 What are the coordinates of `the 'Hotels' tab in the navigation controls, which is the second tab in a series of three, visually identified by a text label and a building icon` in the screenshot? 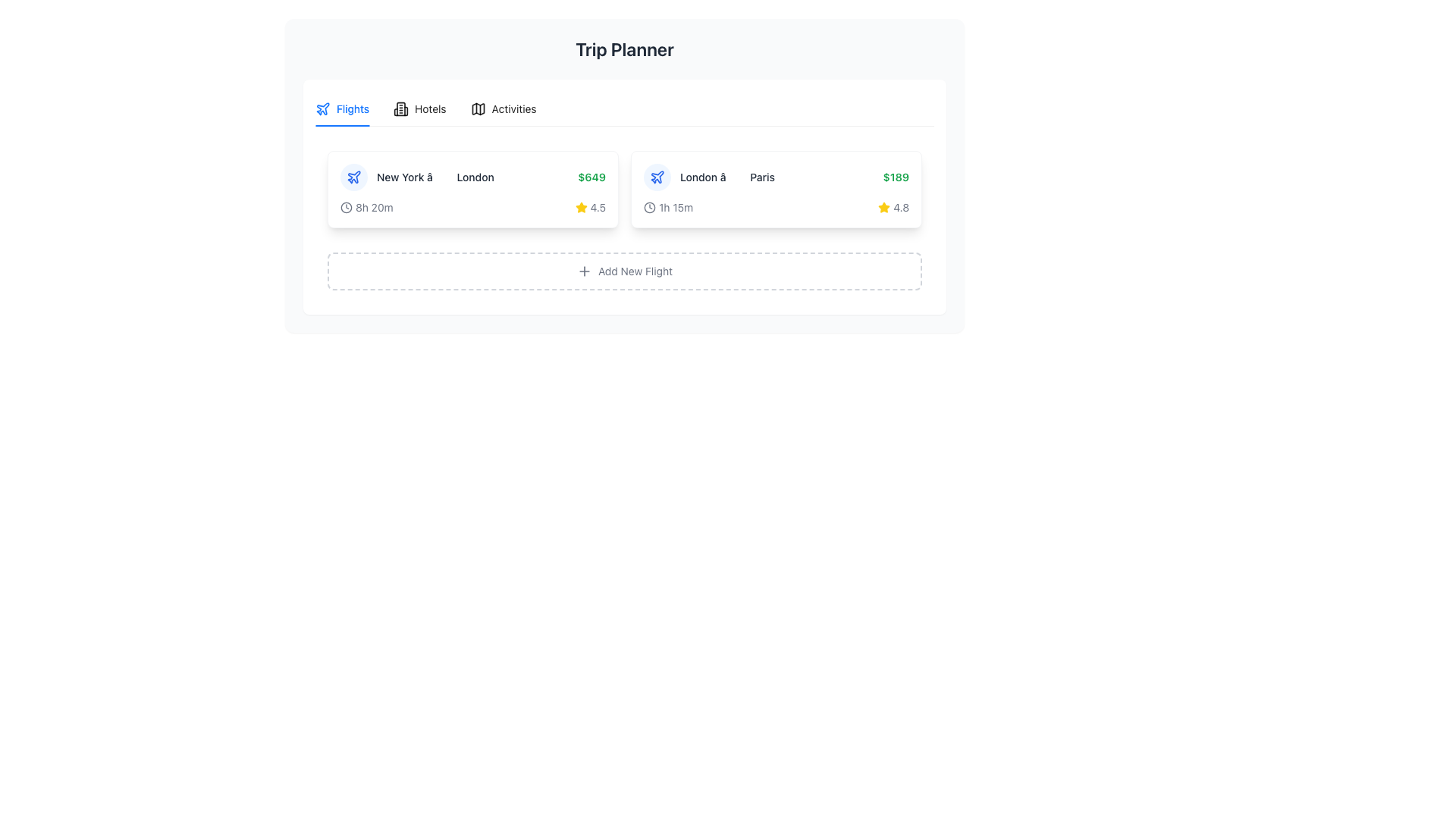 It's located at (419, 108).